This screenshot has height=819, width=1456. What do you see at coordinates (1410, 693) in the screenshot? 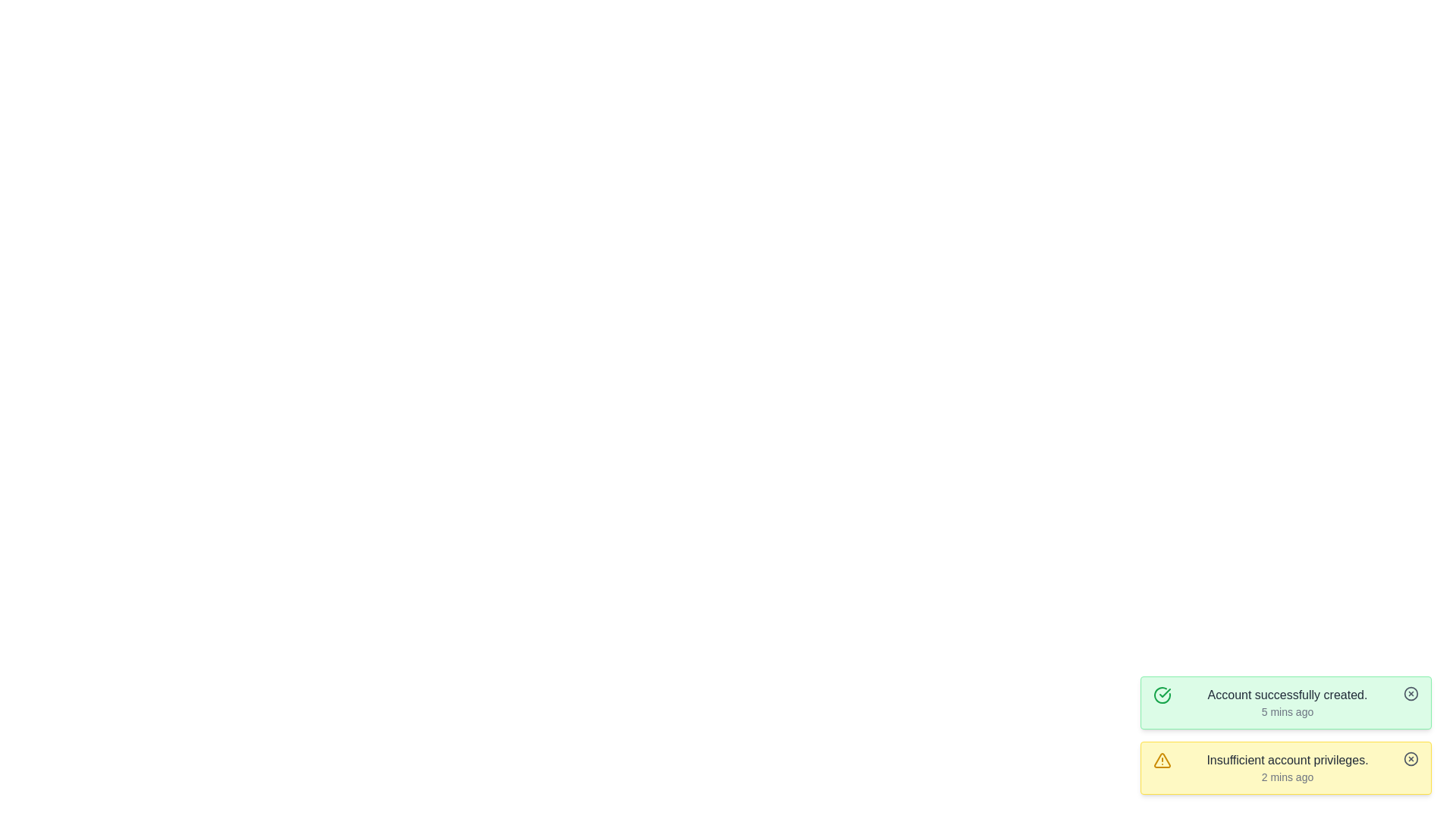
I see `the close button located in the upper-right corner of the green notification box that contains the text 'Account successfully created.' and '5 mins ago' to trigger a tooltip or visual effect` at bounding box center [1410, 693].